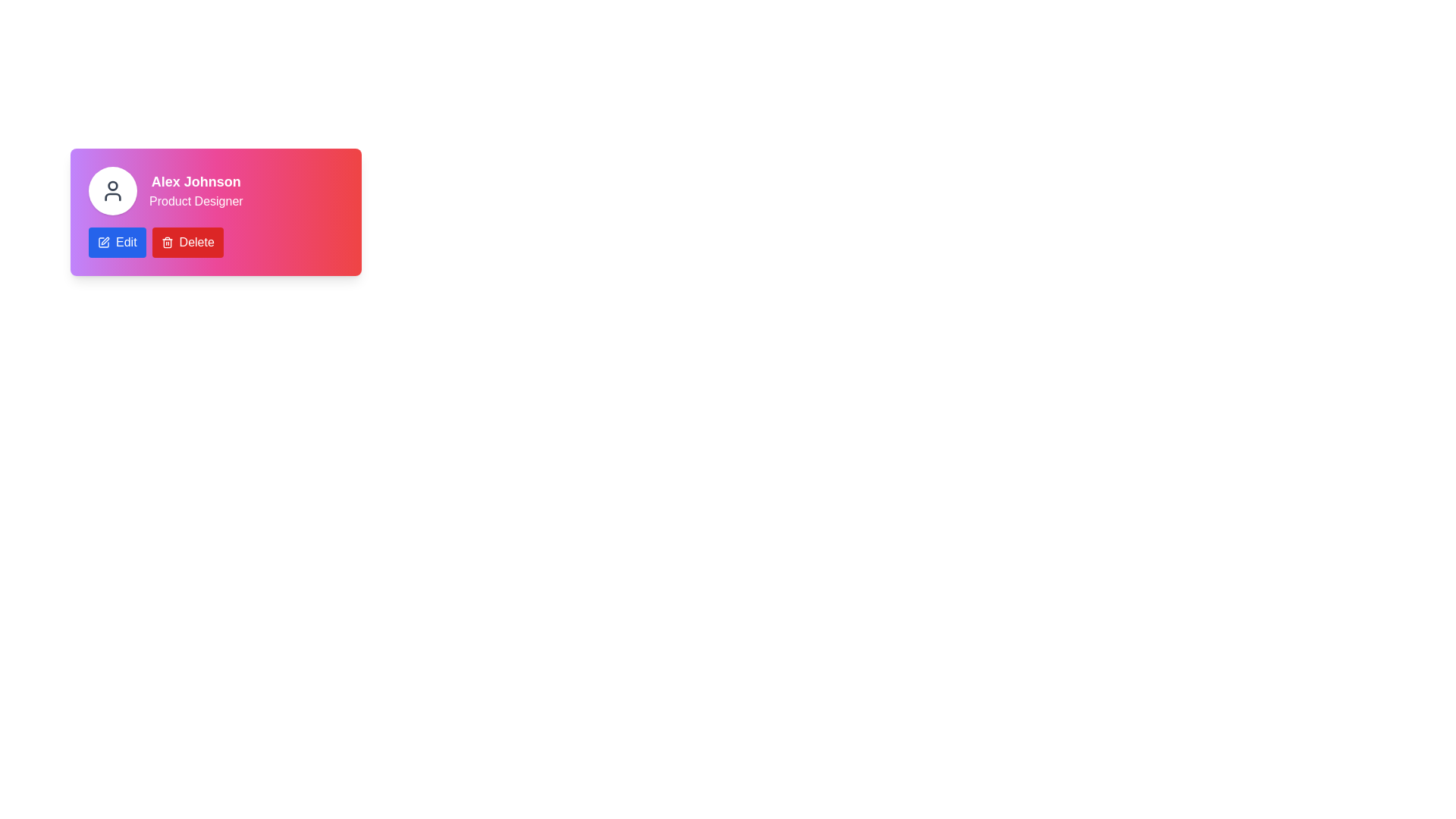 The width and height of the screenshot is (1456, 819). I want to click on the first interactive button for initiating an edit action located beneath the text 'Alex Johnson', so click(116, 242).